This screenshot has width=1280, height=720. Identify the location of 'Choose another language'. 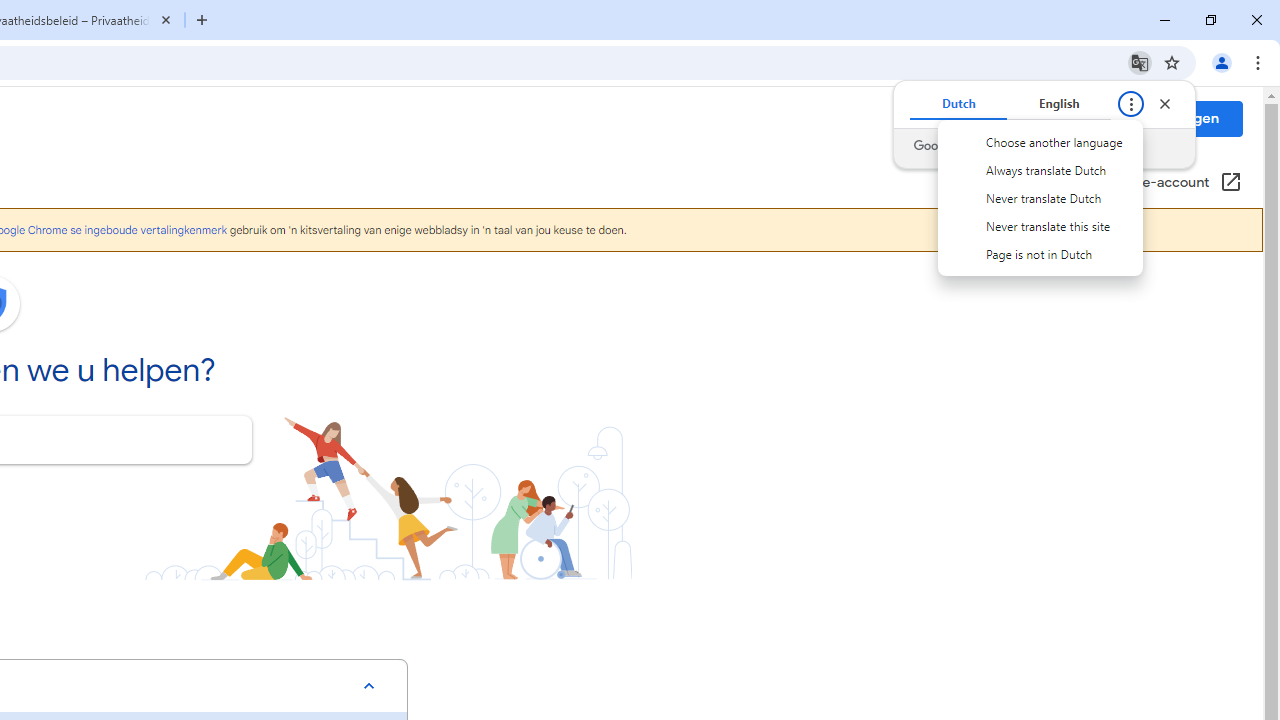
(1040, 141).